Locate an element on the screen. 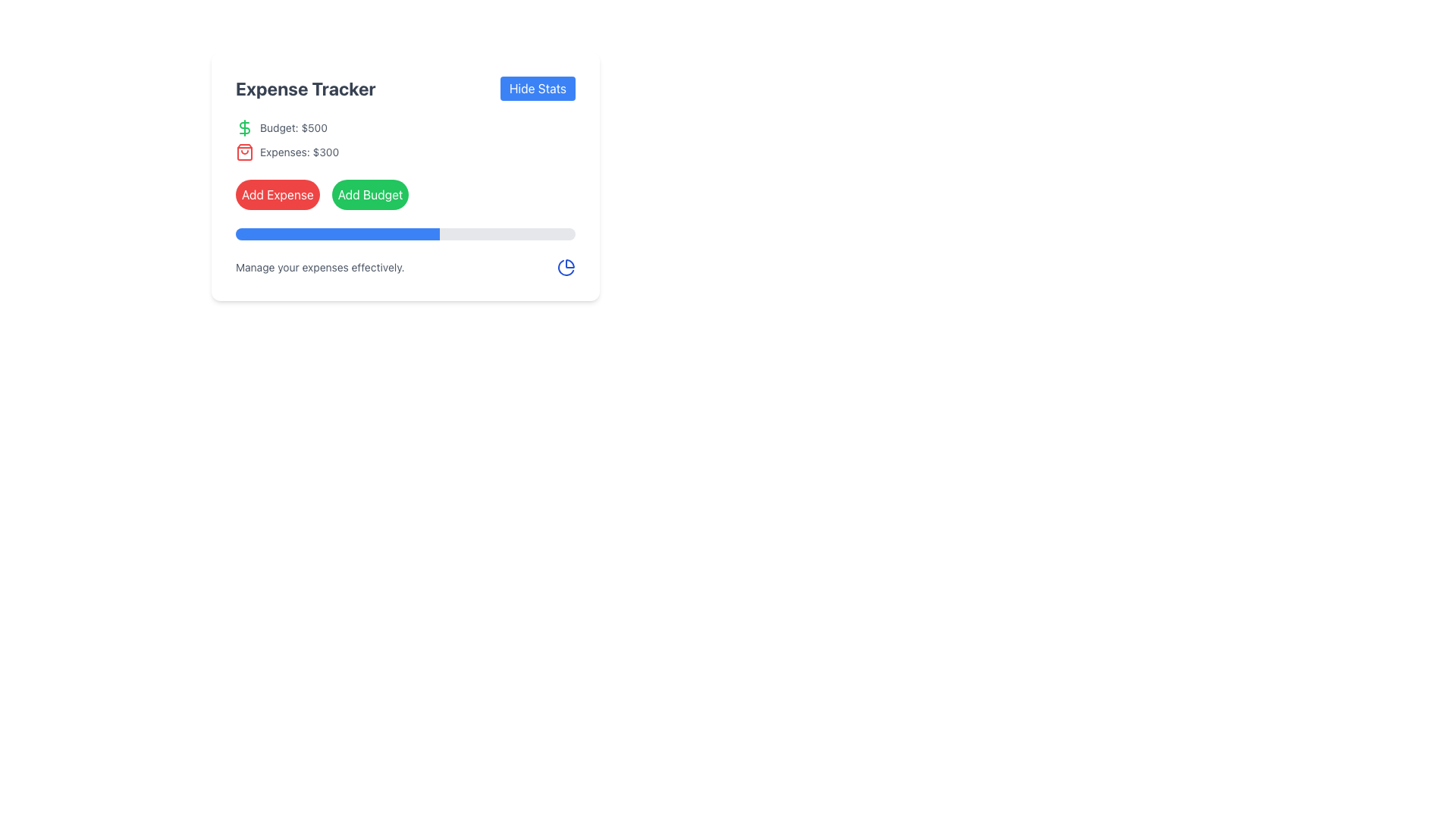  the icons located within the Expense Tracker interface, which is centered in the modal or dashboard section is located at coordinates (405, 175).